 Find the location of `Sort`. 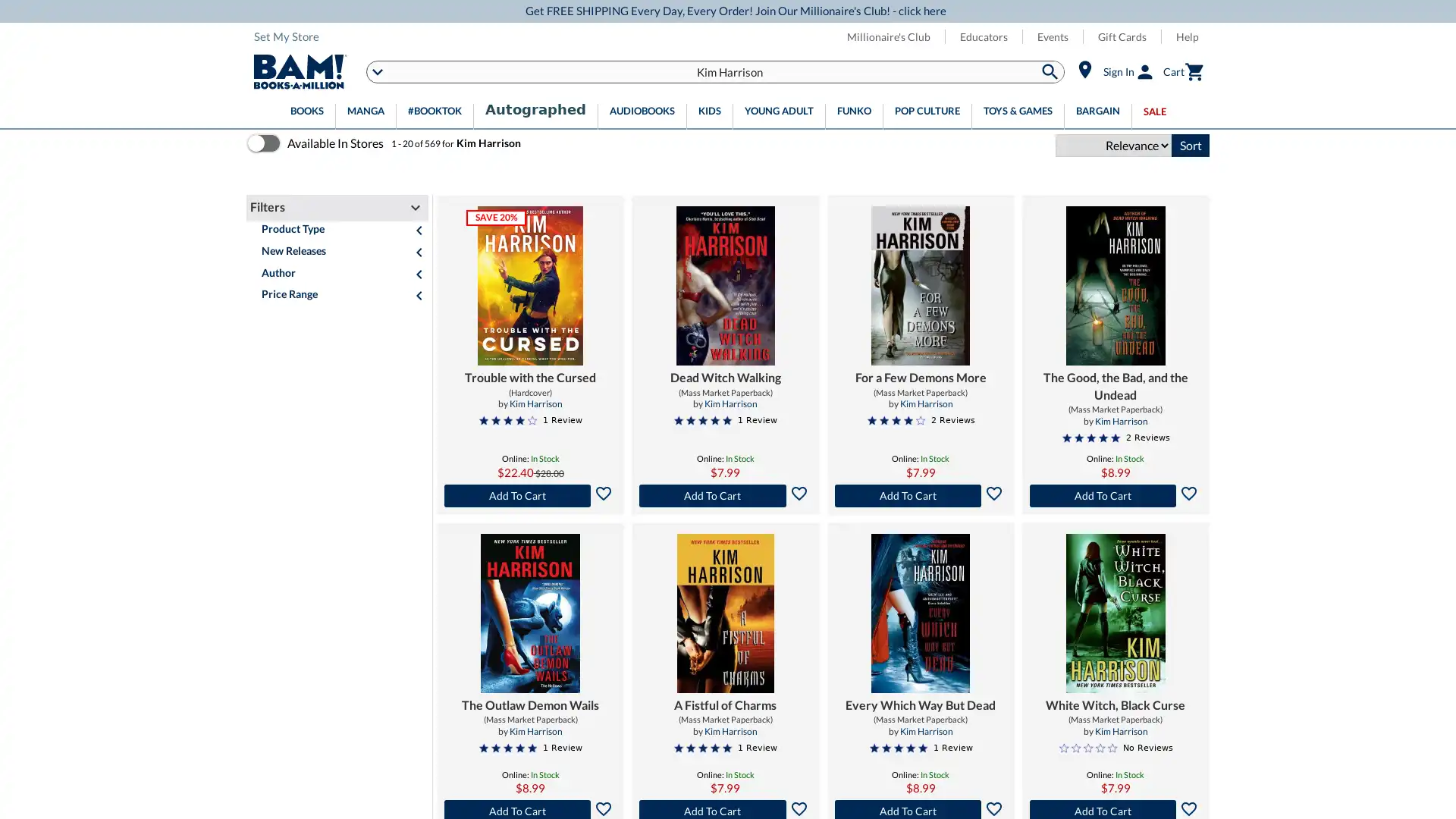

Sort is located at coordinates (1189, 145).